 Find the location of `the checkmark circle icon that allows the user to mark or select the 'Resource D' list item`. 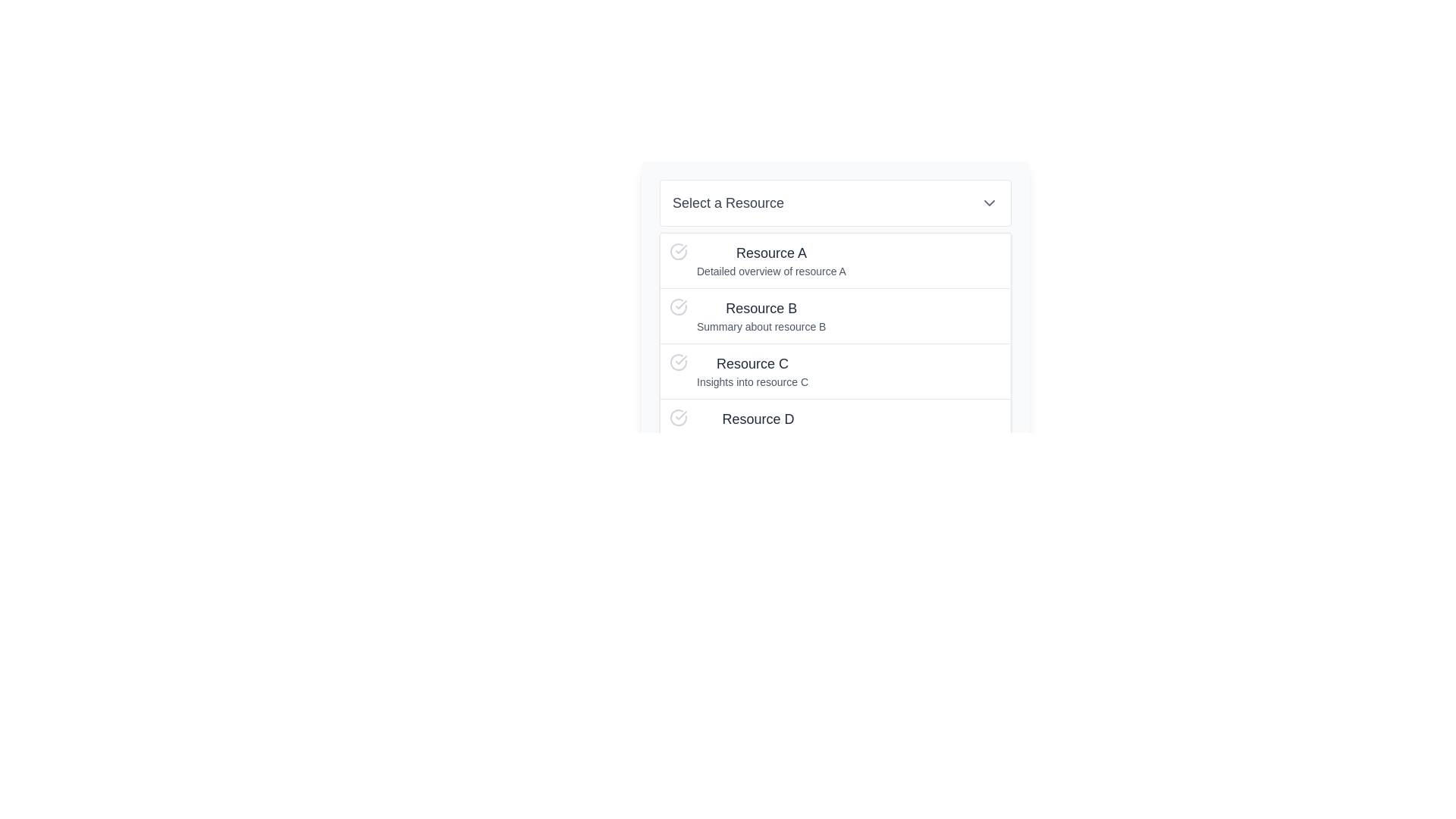

the checkmark circle icon that allows the user to mark or select the 'Resource D' list item is located at coordinates (677, 418).